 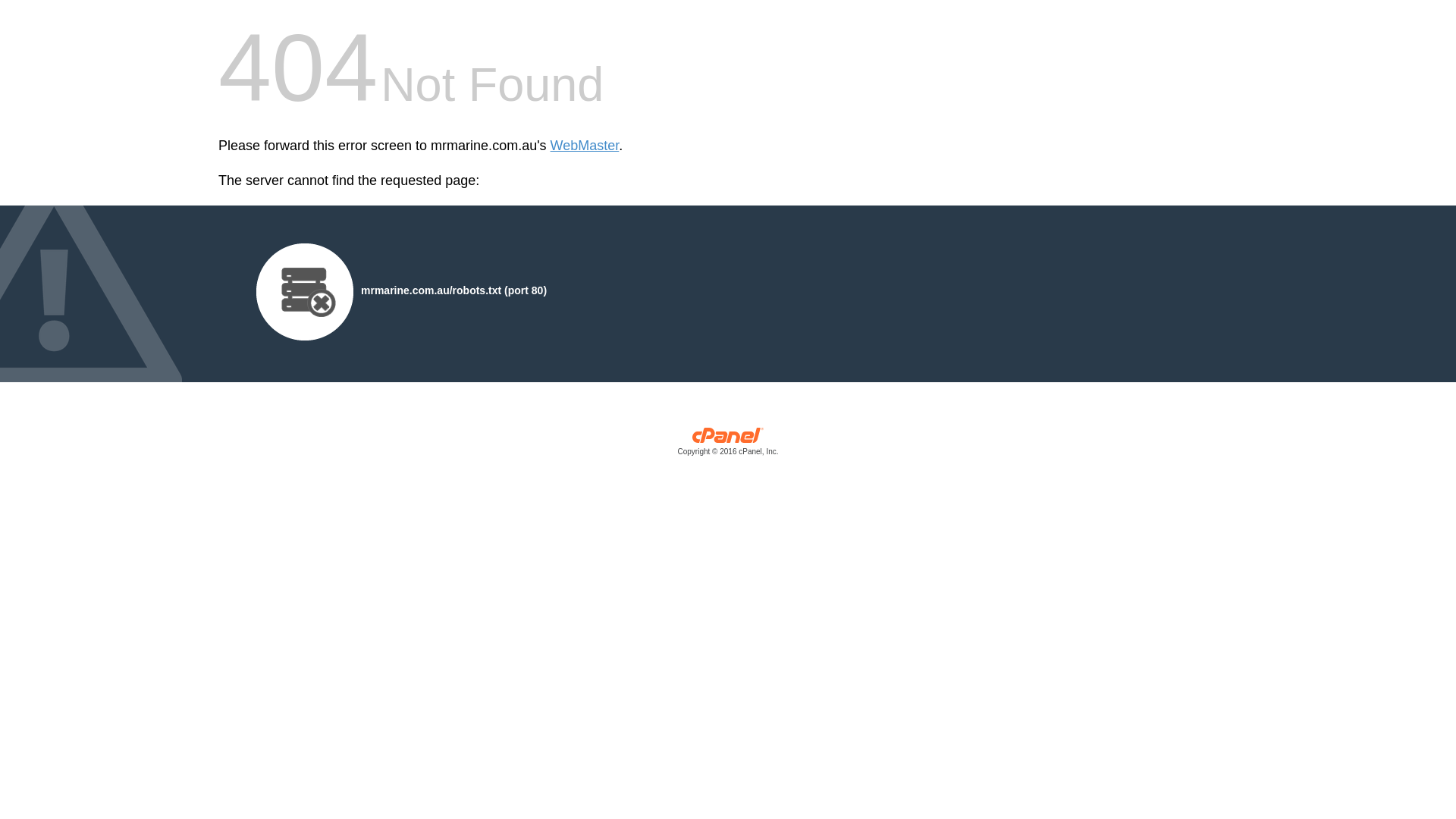 What do you see at coordinates (584, 146) in the screenshot?
I see `'WebMaster'` at bounding box center [584, 146].